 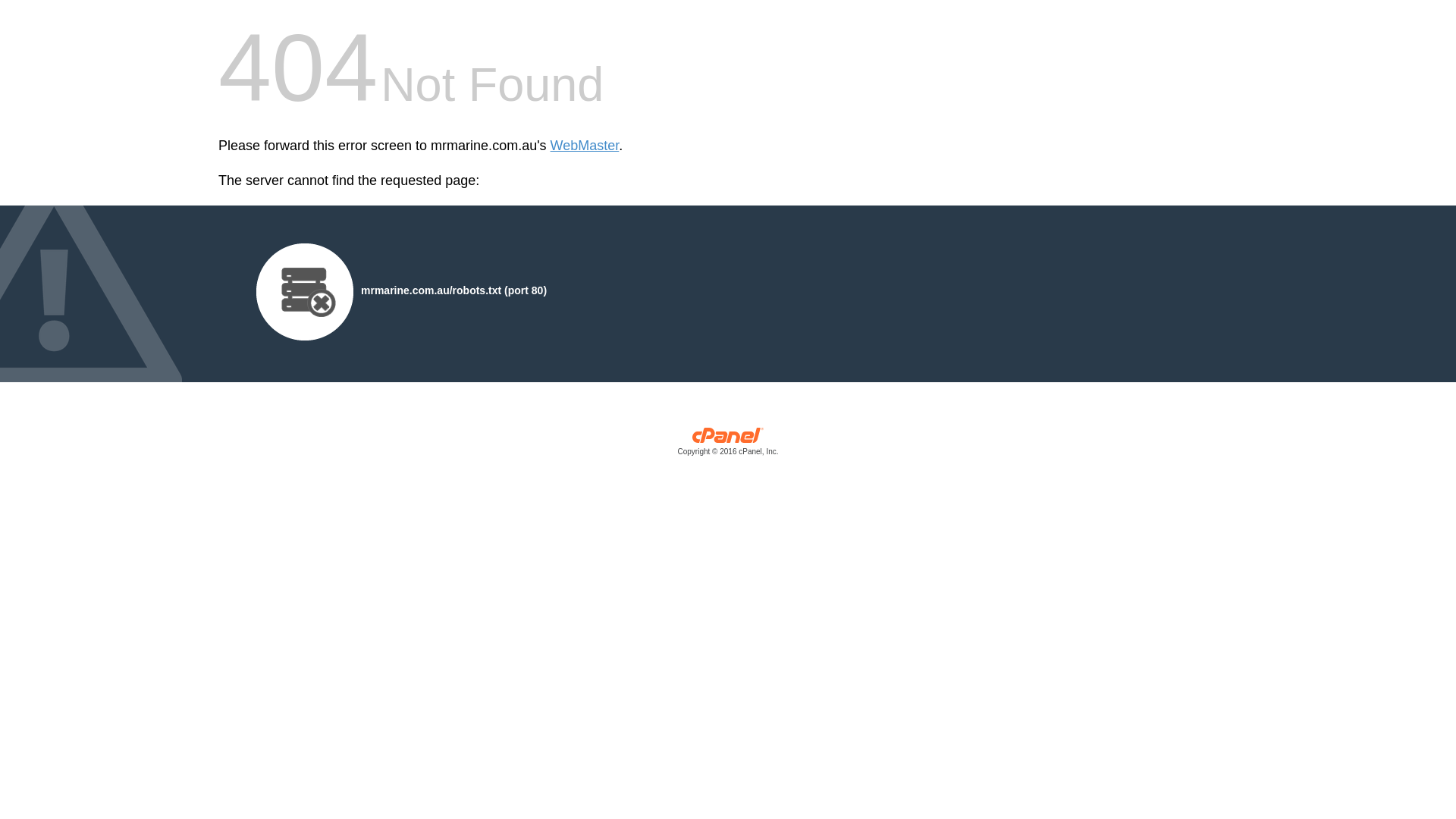 What do you see at coordinates (584, 146) in the screenshot?
I see `'WebMaster'` at bounding box center [584, 146].